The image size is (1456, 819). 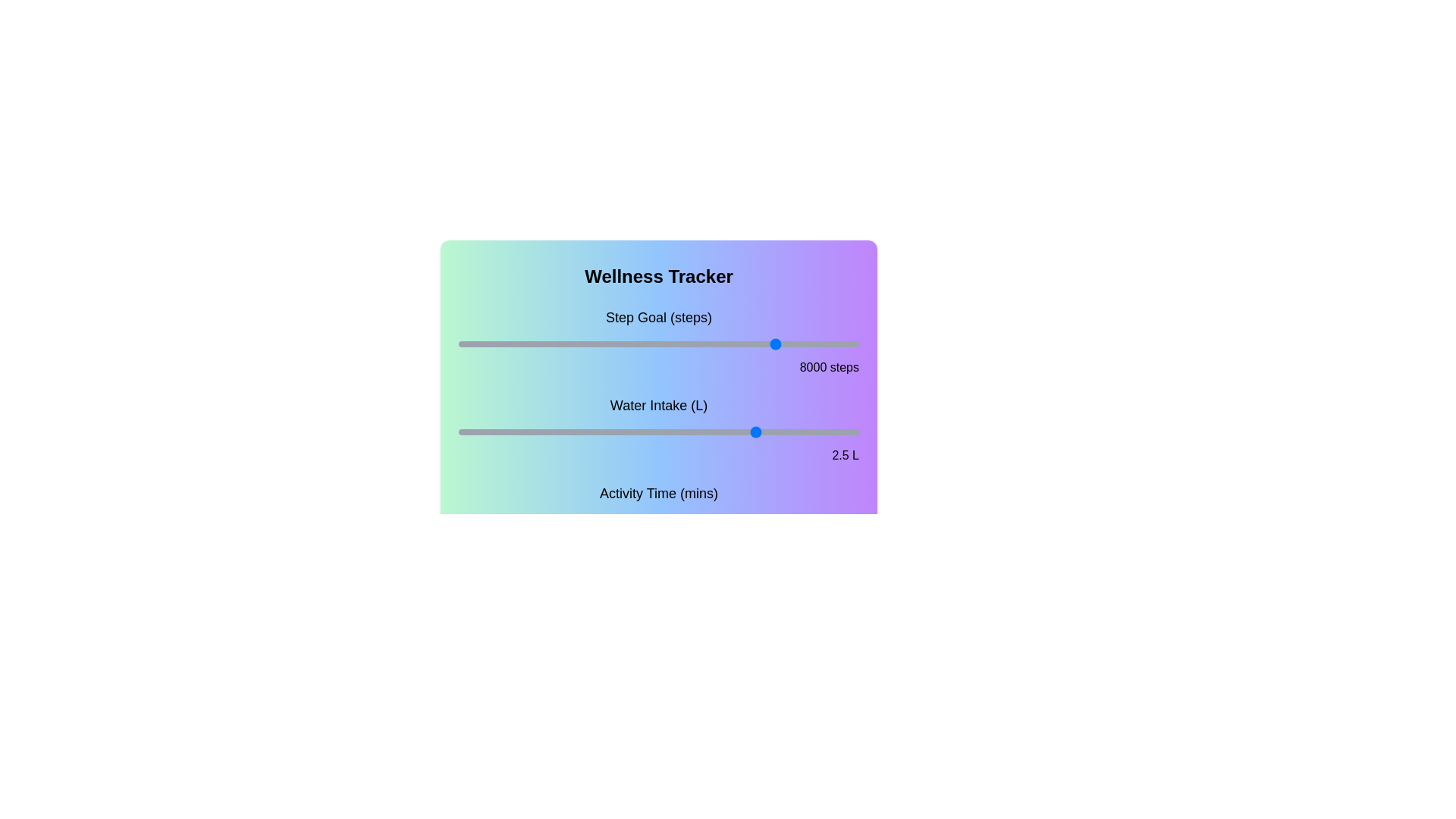 I want to click on the step goal slider to set the goal to 6682 steps, so click(x=725, y=344).